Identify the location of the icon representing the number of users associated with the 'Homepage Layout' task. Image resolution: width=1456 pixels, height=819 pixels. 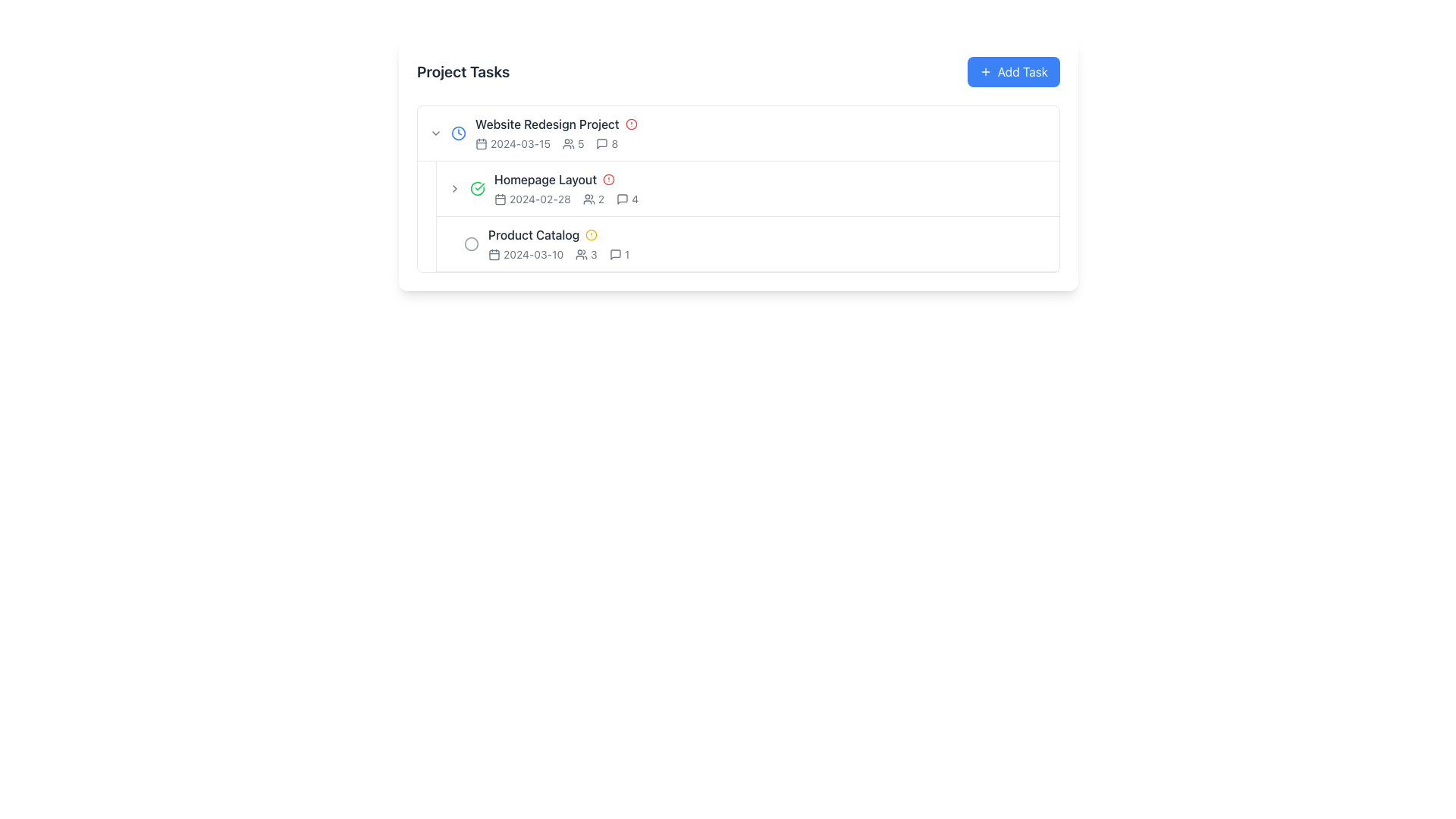
(588, 198).